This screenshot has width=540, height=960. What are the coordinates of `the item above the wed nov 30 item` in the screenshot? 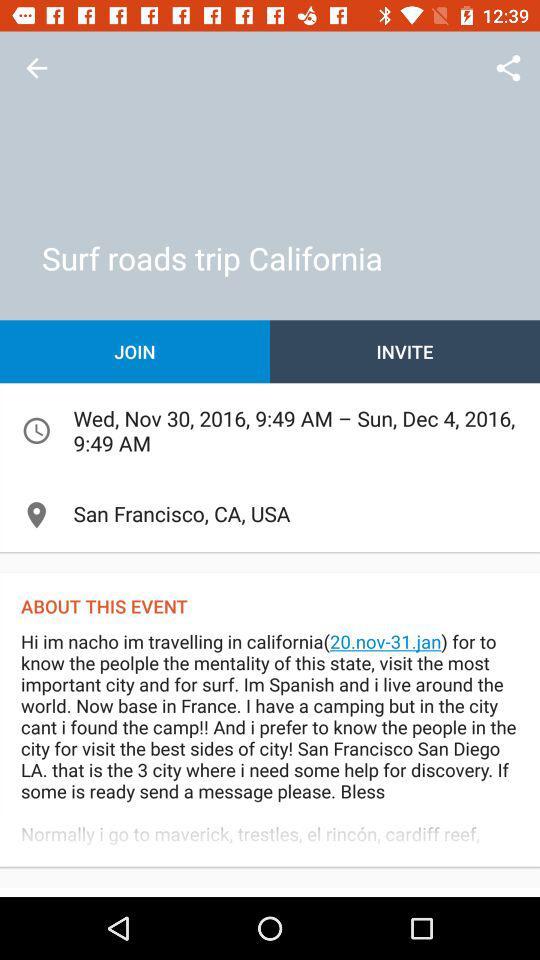 It's located at (405, 351).